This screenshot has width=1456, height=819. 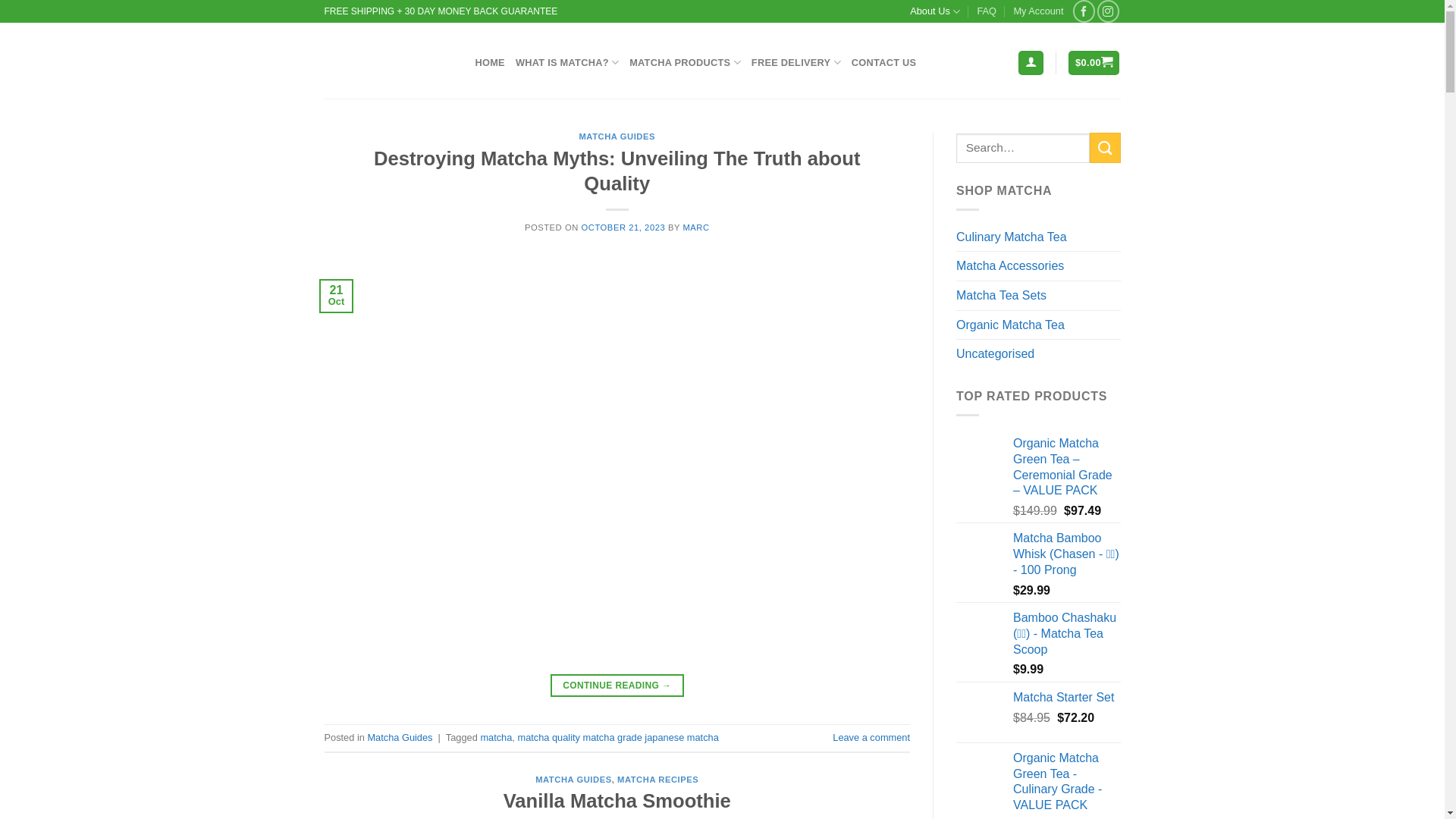 I want to click on 'Matcha Accessories', so click(x=1037, y=265).